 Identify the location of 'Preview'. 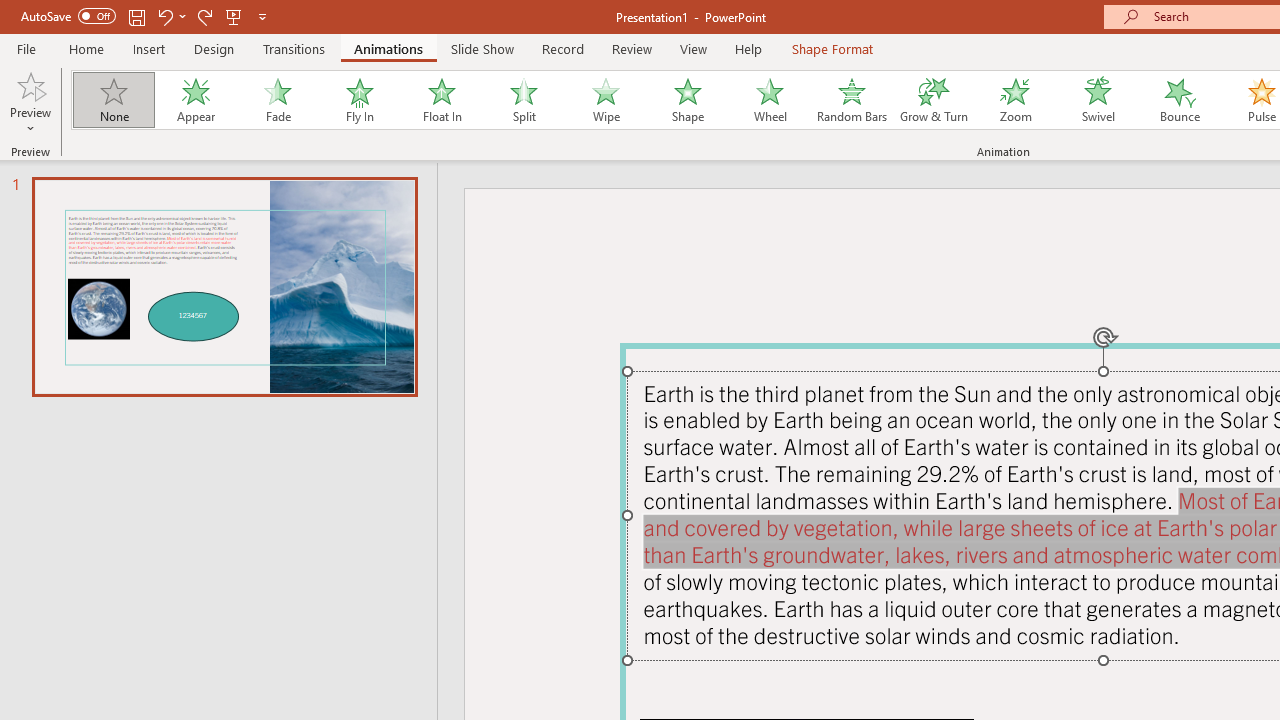
(30, 84).